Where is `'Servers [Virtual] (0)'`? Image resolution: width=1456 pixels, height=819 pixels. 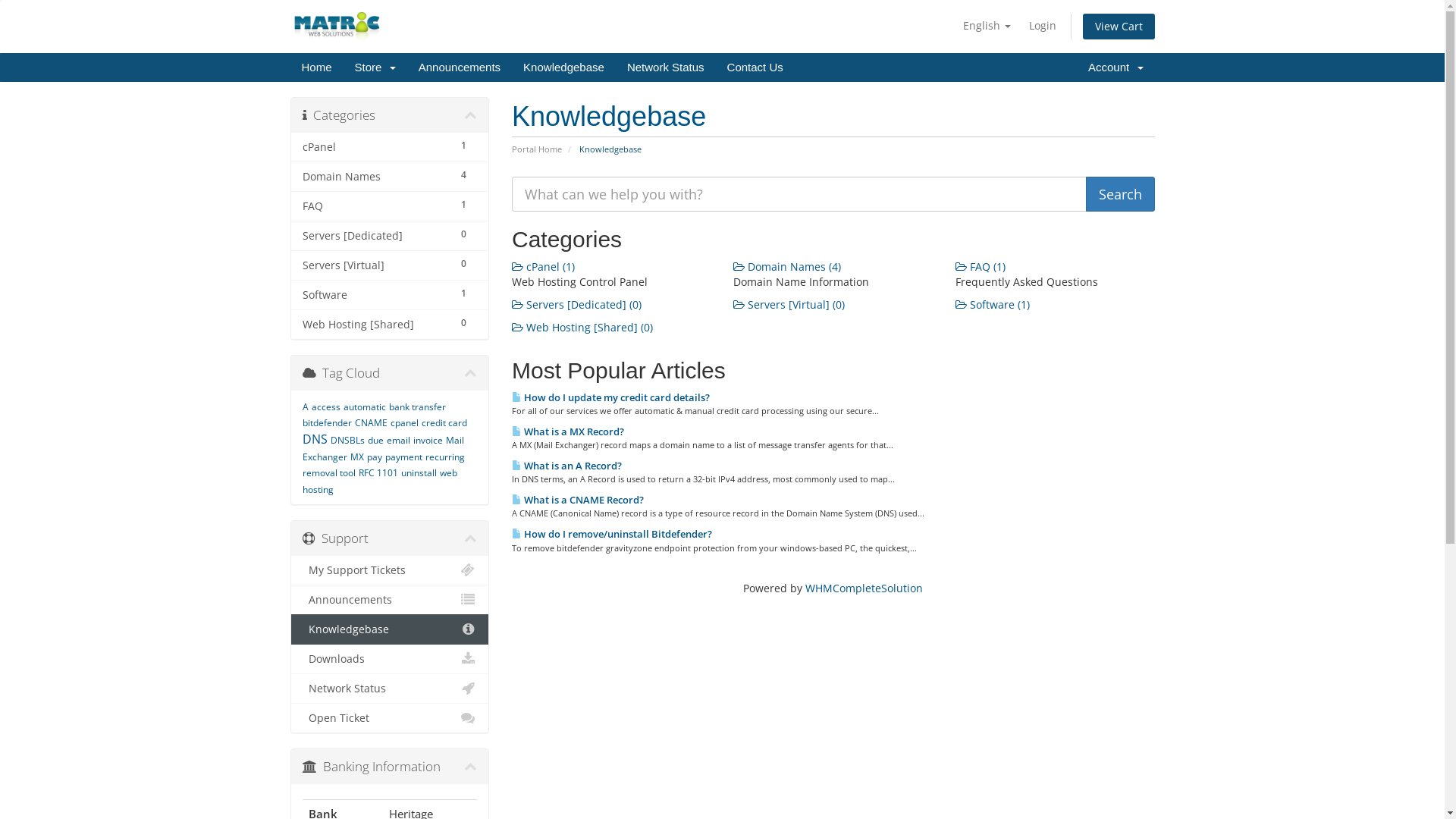
'Servers [Virtual] (0)' is located at coordinates (789, 304).